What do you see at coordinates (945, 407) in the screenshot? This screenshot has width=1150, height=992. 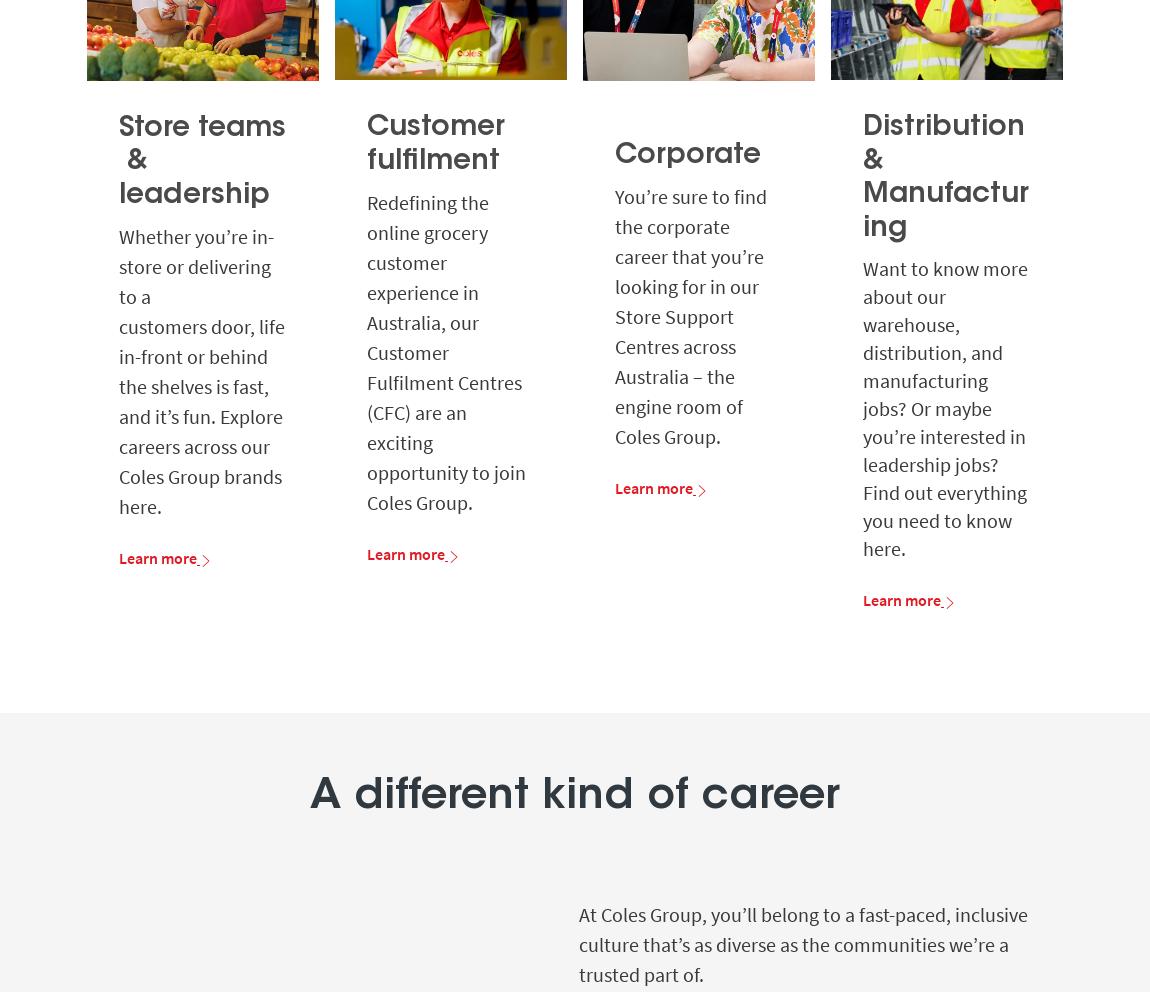 I see `'Want to know more about our warehouse, distribution, and manufacturing jobs? Or maybe you’re interested in leadership jobs? Find out everything you need to know here.'` at bounding box center [945, 407].